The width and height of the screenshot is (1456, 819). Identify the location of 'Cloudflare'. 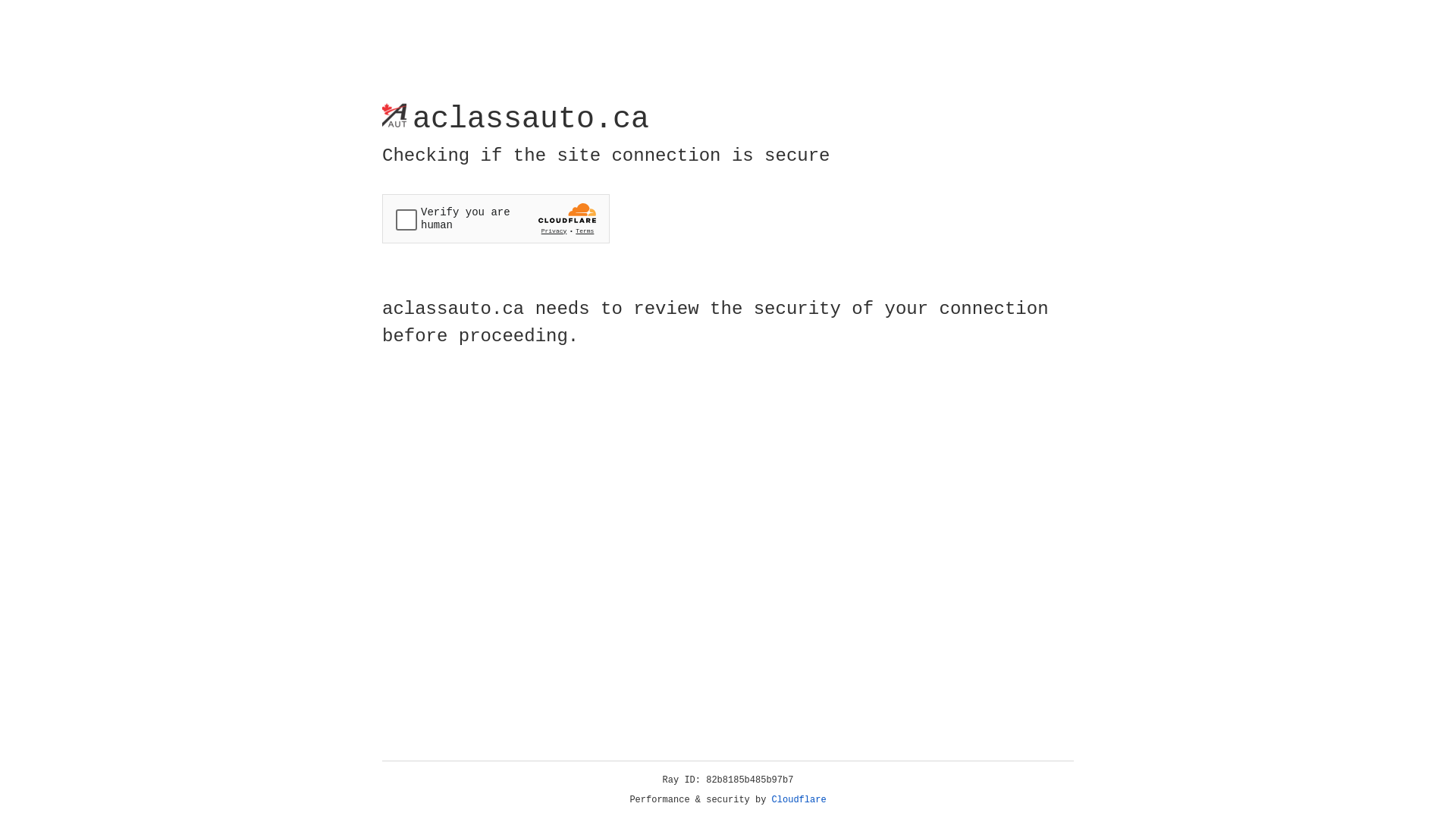
(799, 799).